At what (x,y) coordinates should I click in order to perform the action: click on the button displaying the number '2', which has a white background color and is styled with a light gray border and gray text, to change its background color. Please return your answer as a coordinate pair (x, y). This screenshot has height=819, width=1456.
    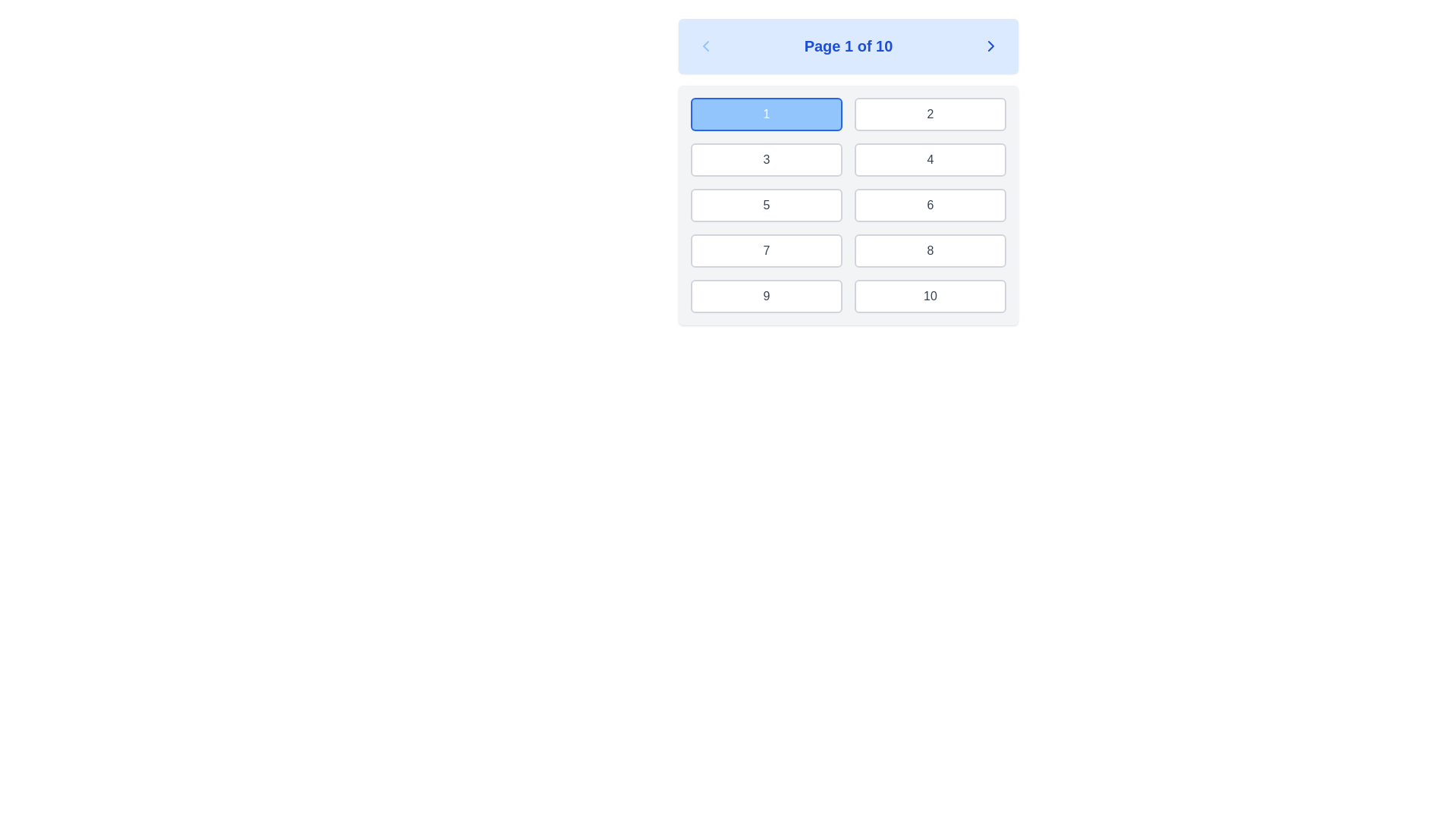
    Looking at the image, I should click on (930, 113).